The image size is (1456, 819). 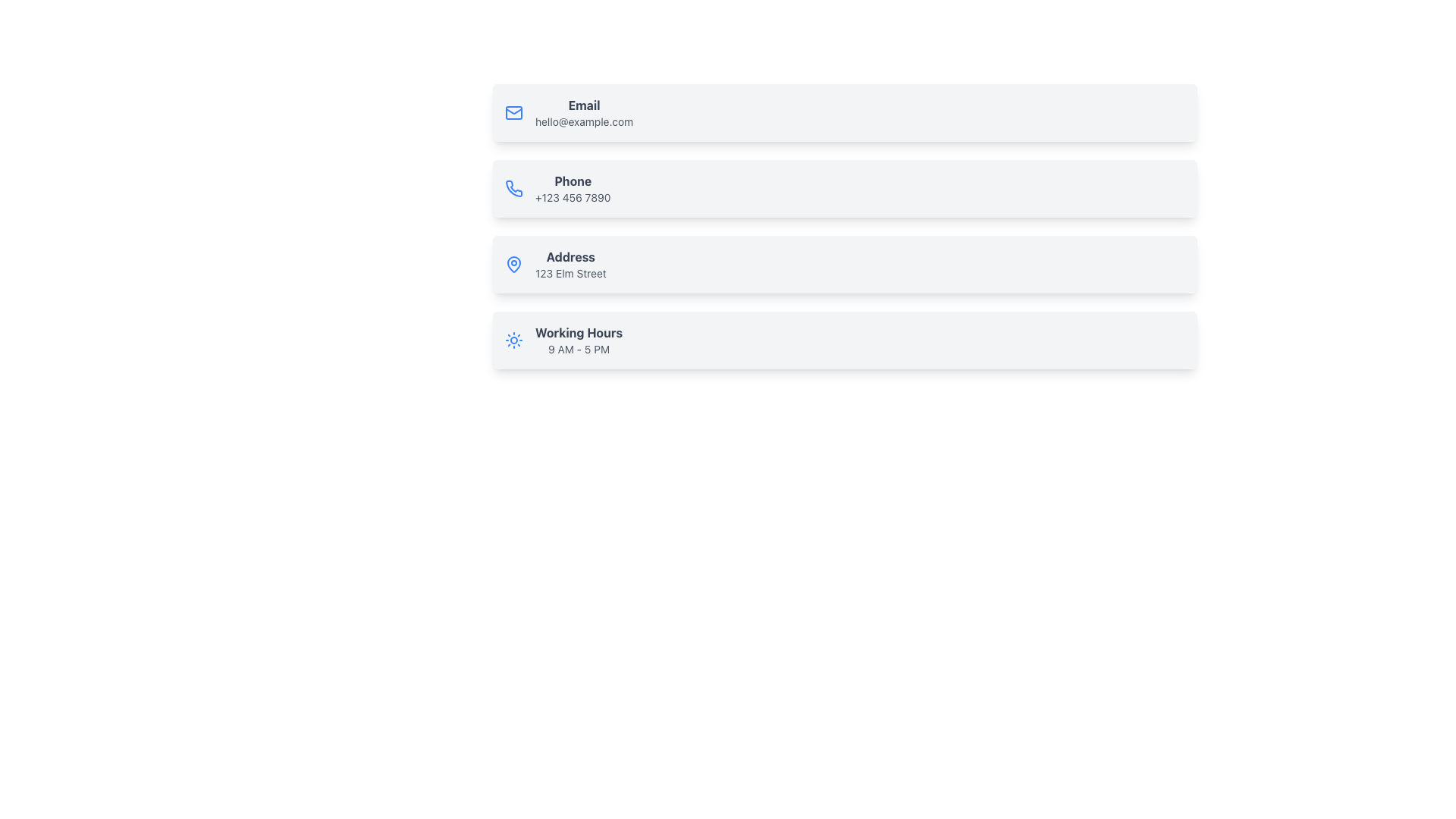 I want to click on the rectangular, rounded-corner icon styled as a graphical envelope, located to the left of the 'Email' text in the contact information list, so click(x=513, y=112).